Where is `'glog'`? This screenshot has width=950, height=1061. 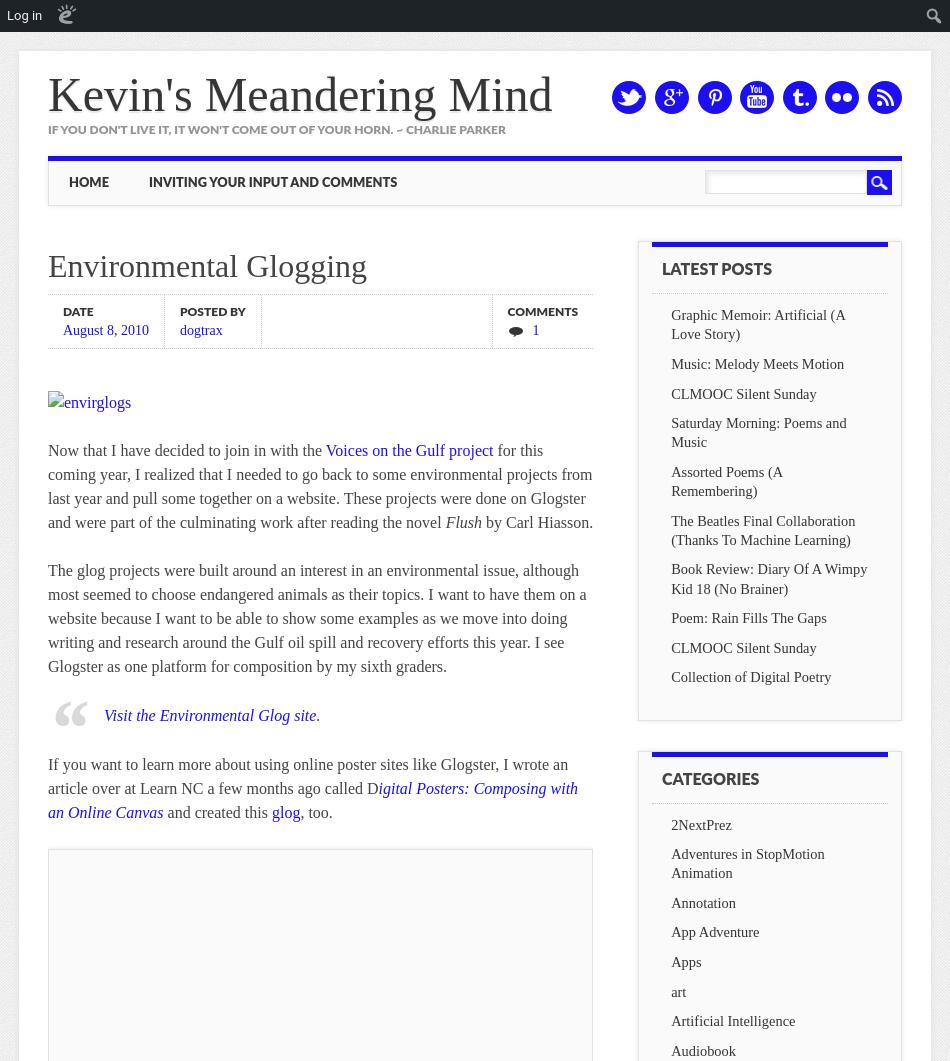
'glog' is located at coordinates (284, 811).